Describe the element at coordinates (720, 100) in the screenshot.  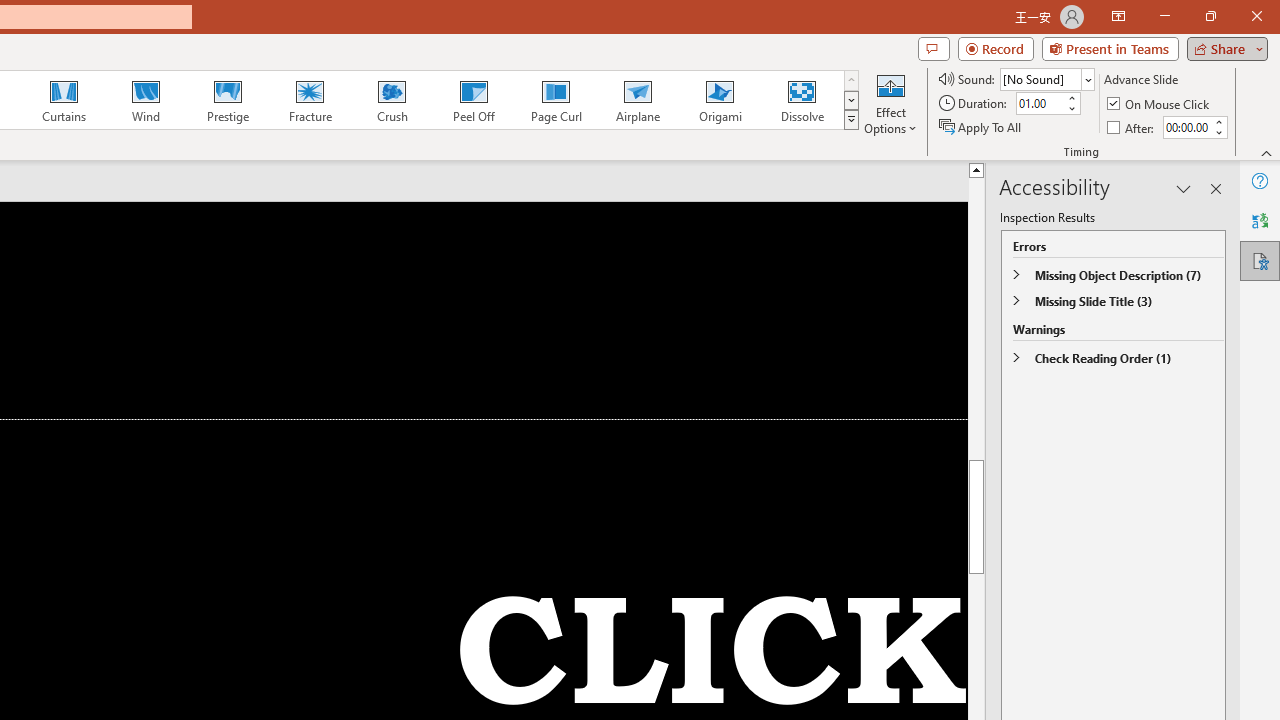
I see `'Origami'` at that location.